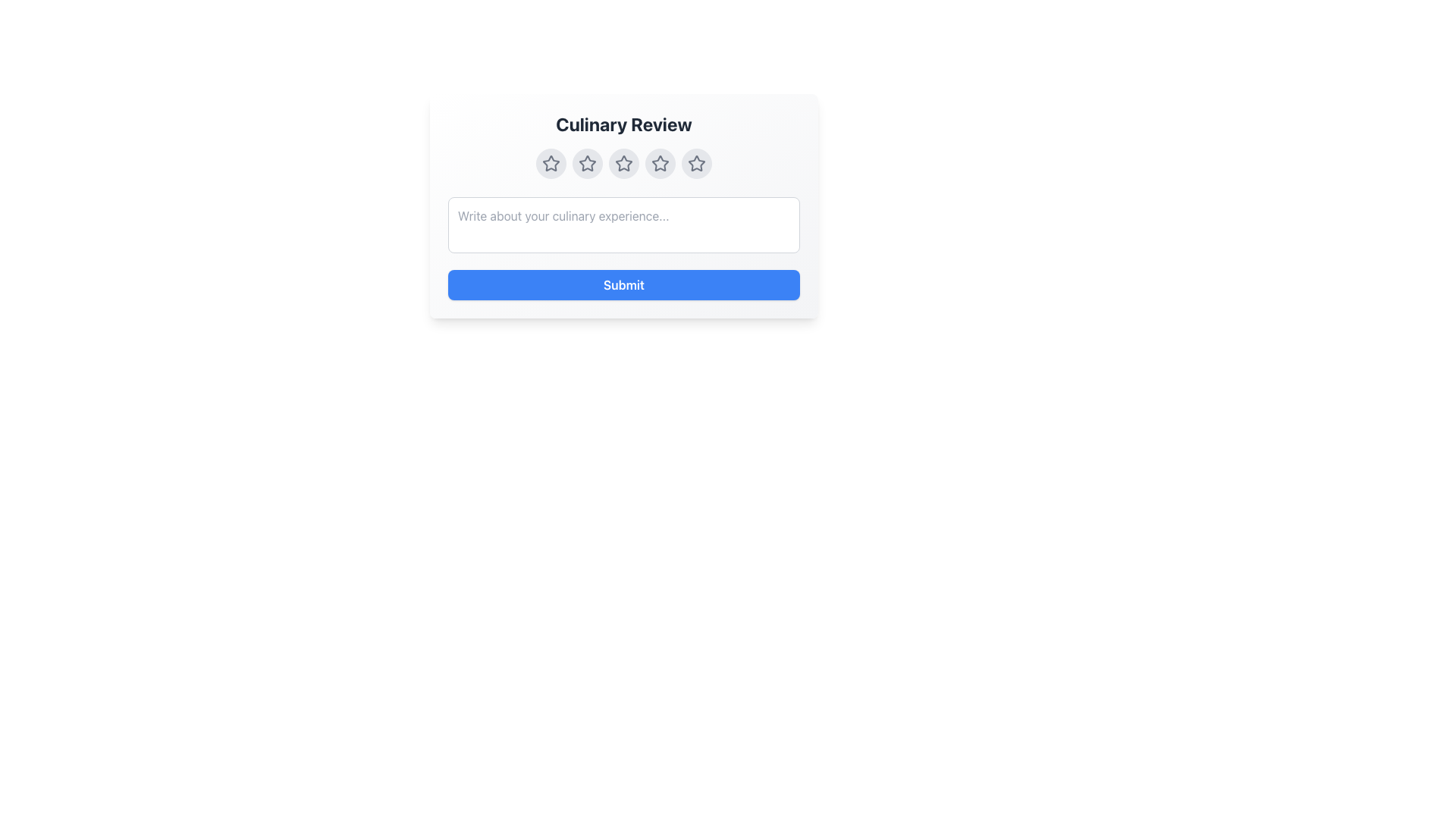 Image resolution: width=1456 pixels, height=819 pixels. What do you see at coordinates (695, 163) in the screenshot?
I see `the fifth star-shaped interactive rating icon styled in gray, located at the rightmost end of the series above the text input field for culinary review feedback` at bounding box center [695, 163].